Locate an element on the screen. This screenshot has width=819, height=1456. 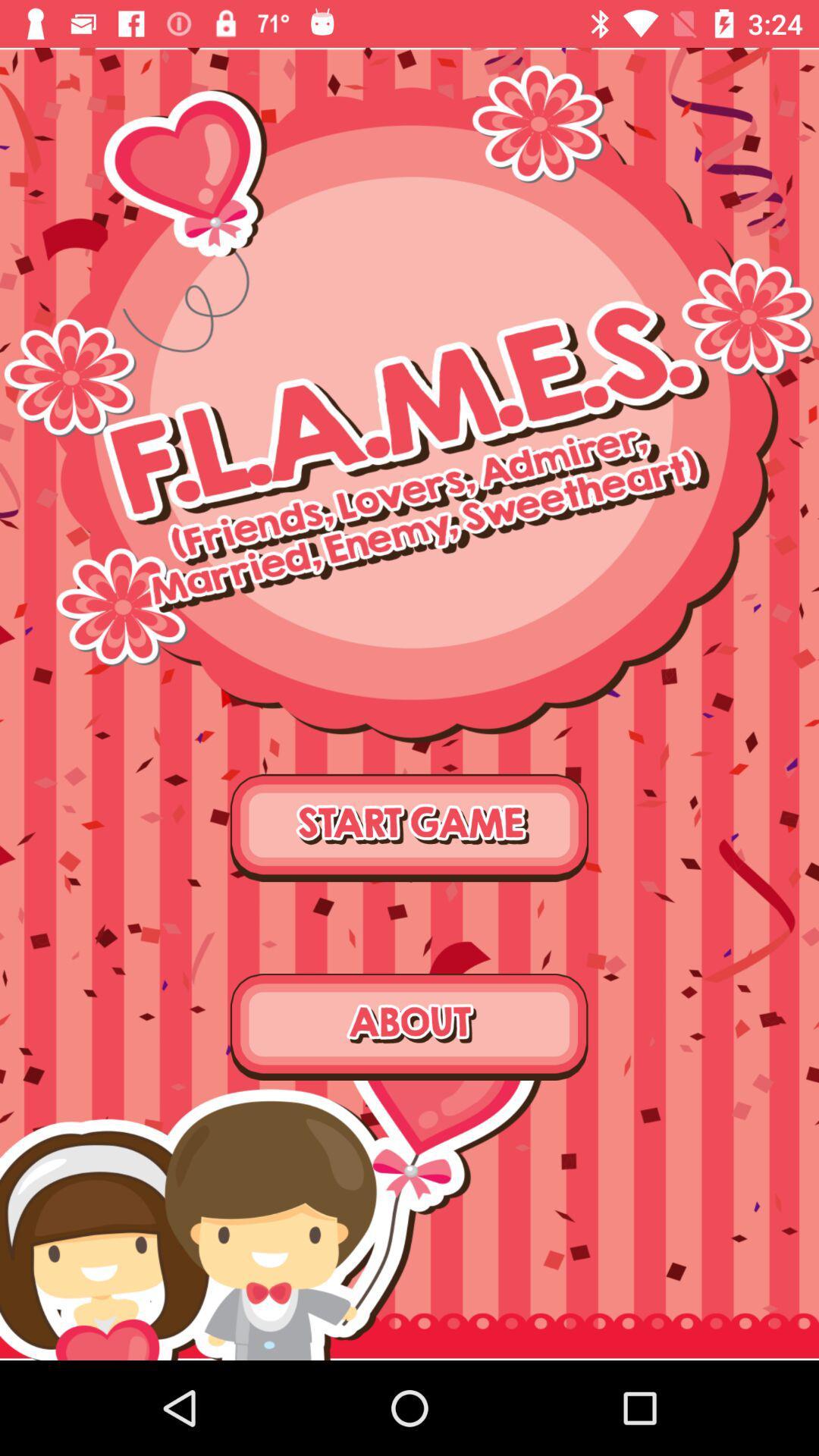
open about is located at coordinates (409, 1027).